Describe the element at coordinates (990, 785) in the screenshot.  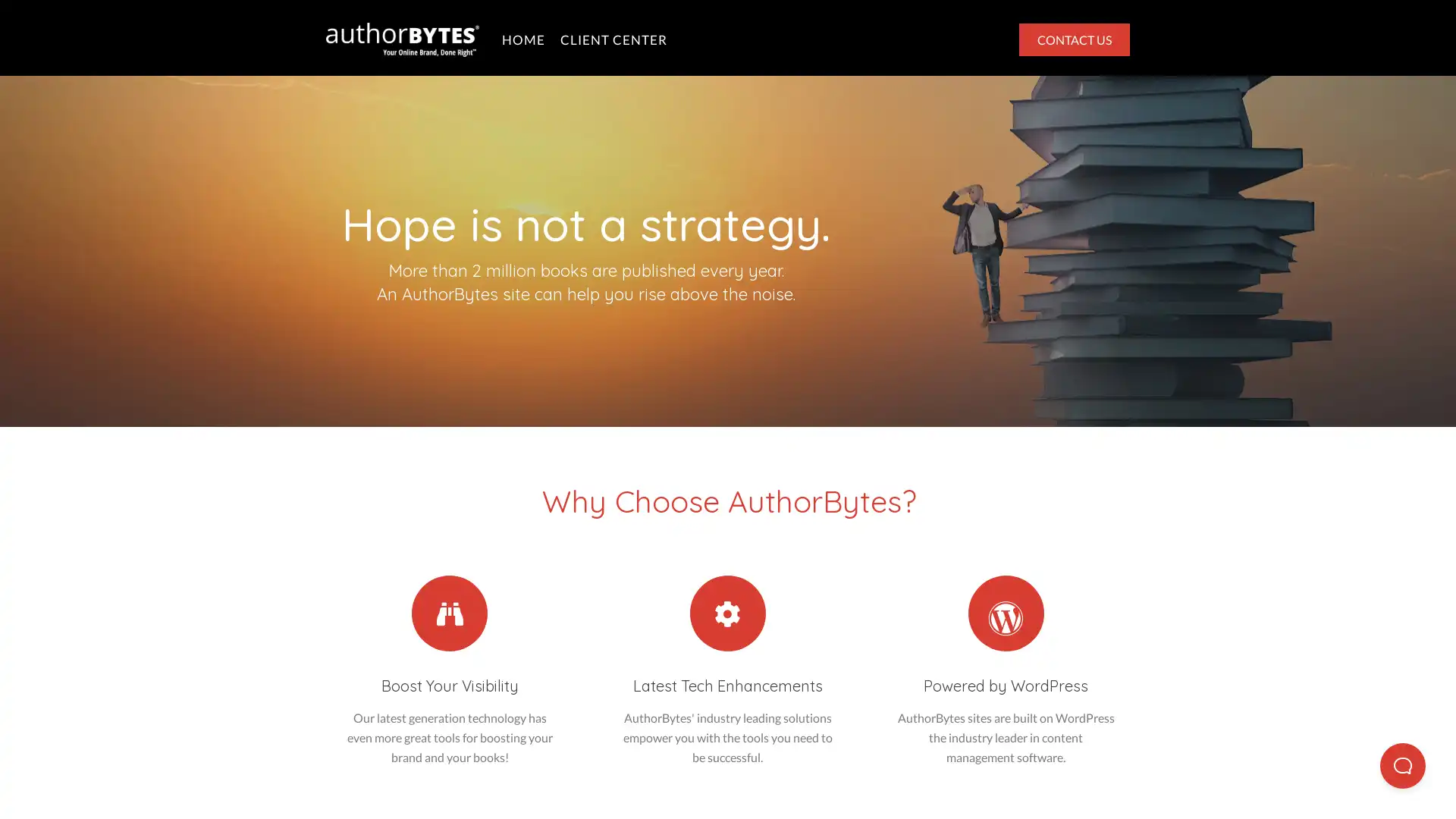
I see `Deny` at that location.